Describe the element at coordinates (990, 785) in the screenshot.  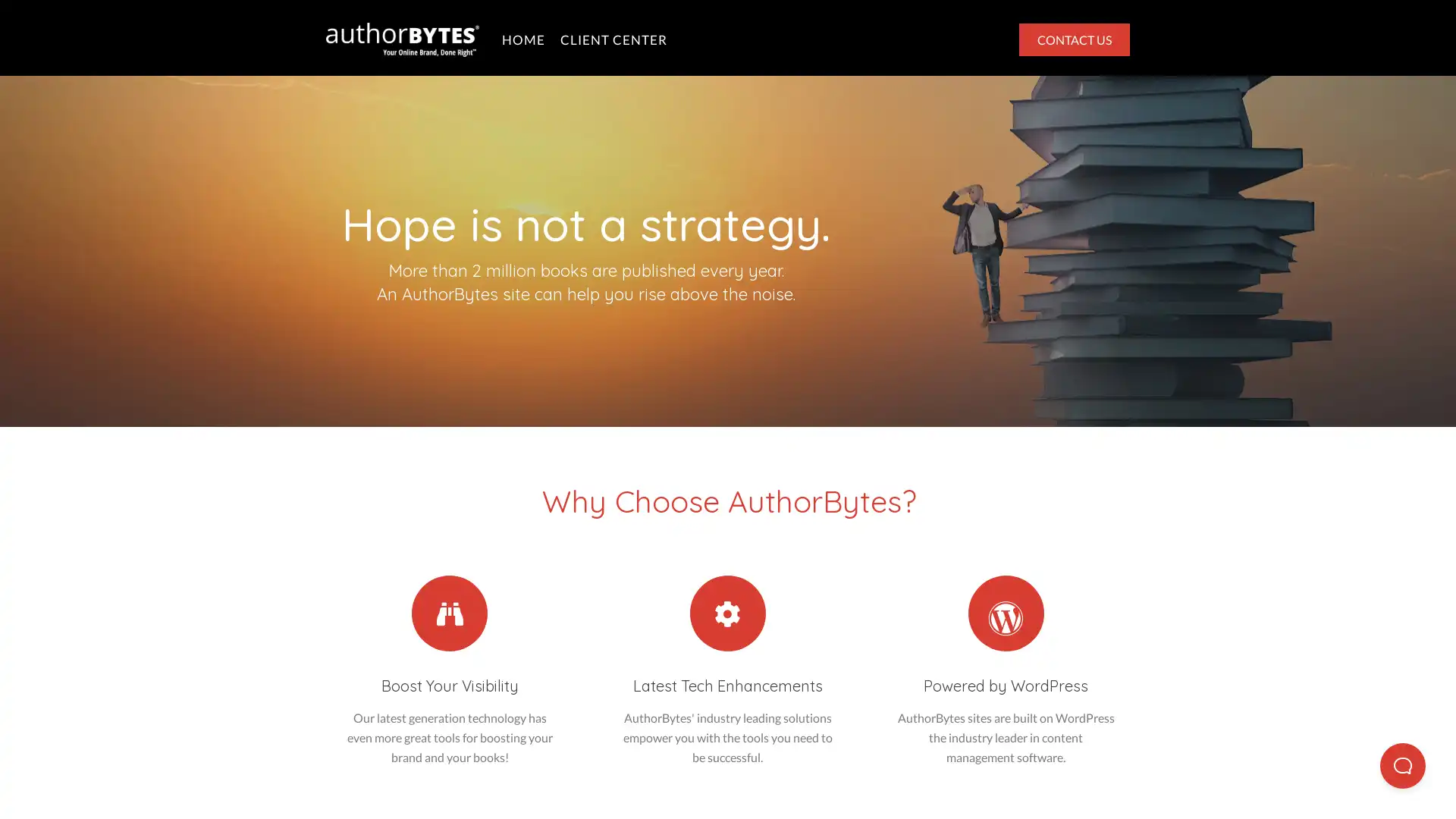
I see `Deny` at that location.